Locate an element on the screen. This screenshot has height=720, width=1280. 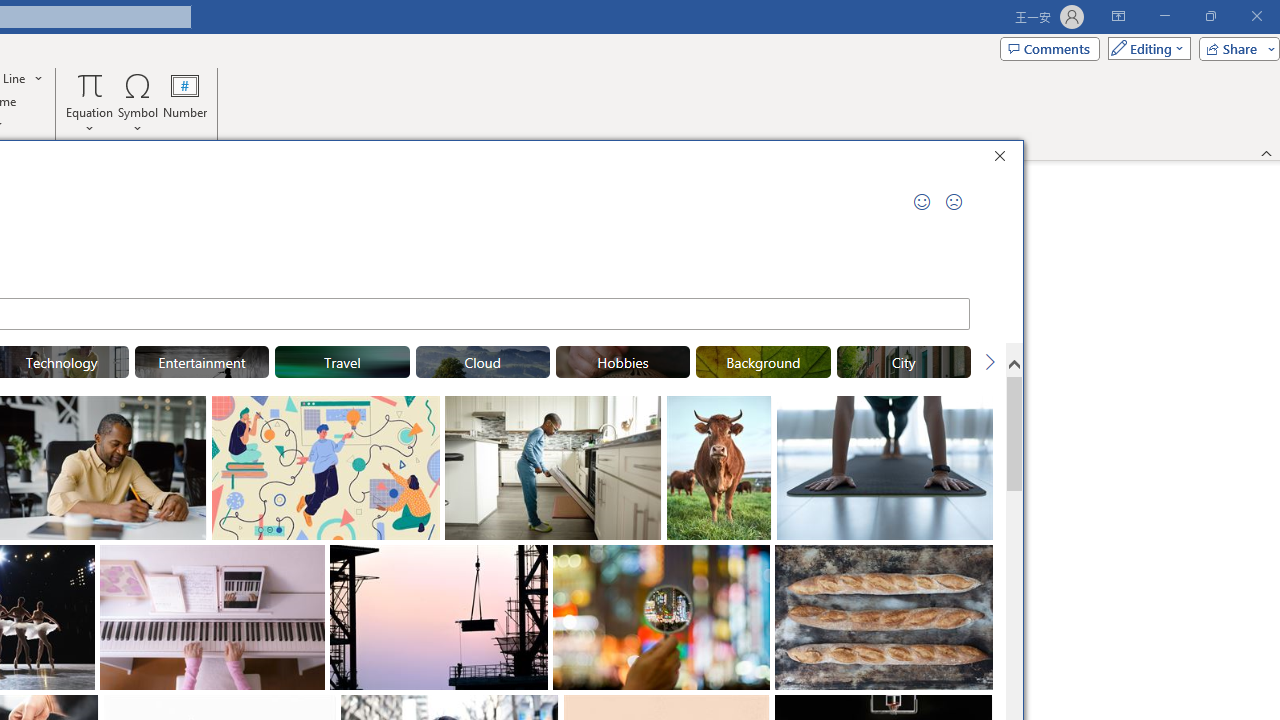
'Comments' is located at coordinates (1048, 47).